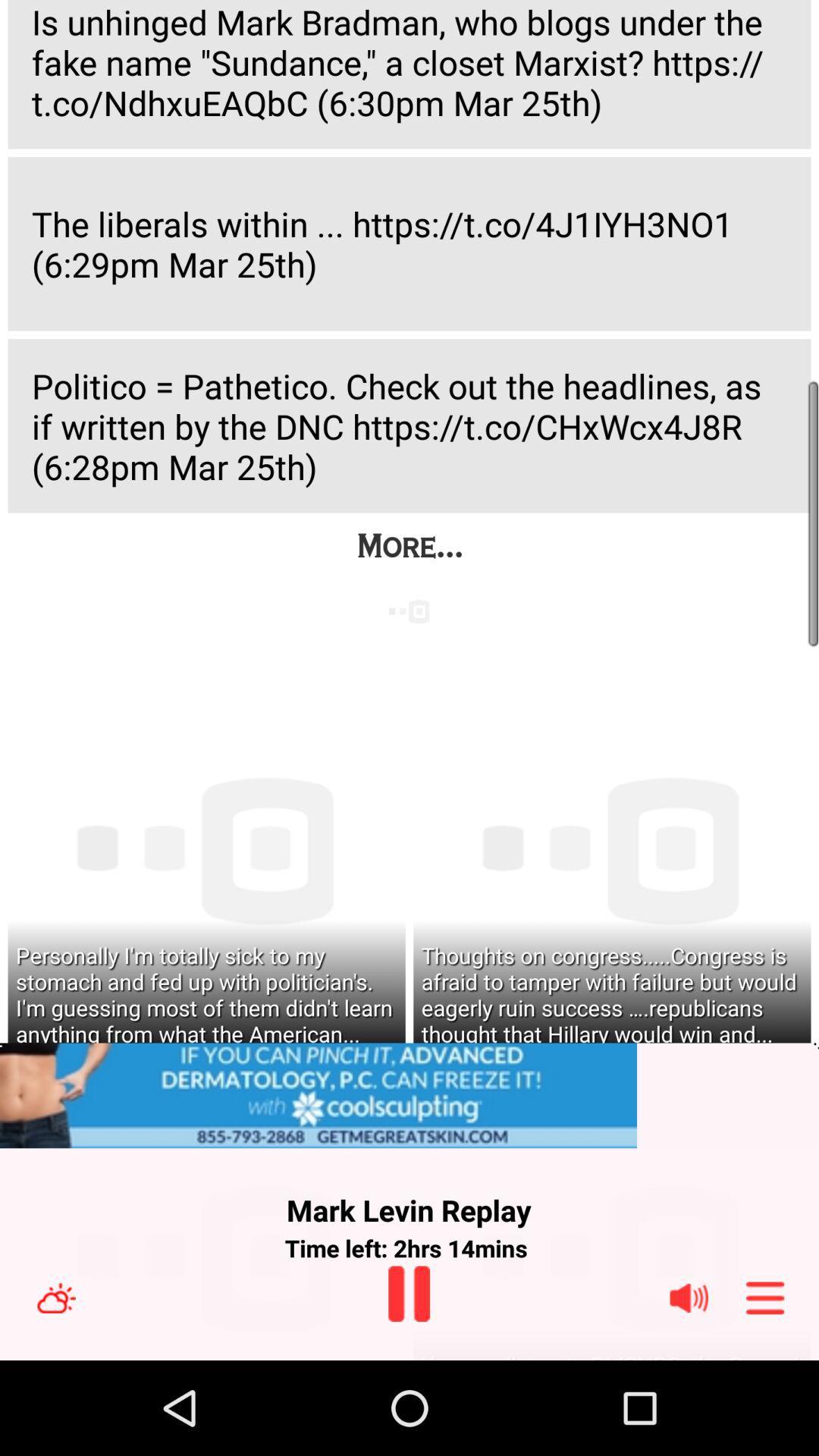 The width and height of the screenshot is (819, 1456). What do you see at coordinates (55, 1389) in the screenshot?
I see `the weather icon` at bounding box center [55, 1389].